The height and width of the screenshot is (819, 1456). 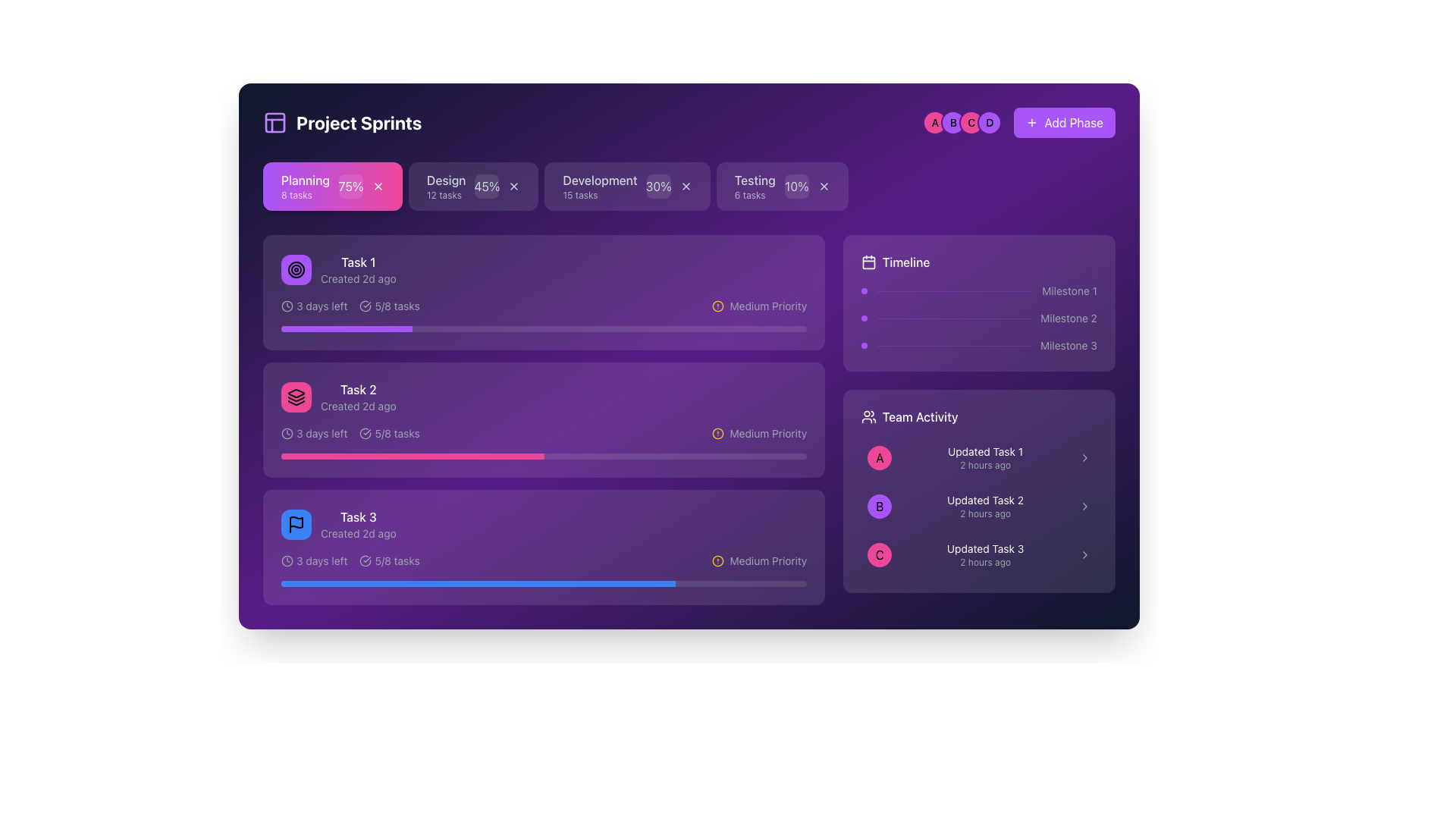 I want to click on the first task's progress bar segment, which visually represents the first 25% of the total progress achieved for the task, so click(x=346, y=328).